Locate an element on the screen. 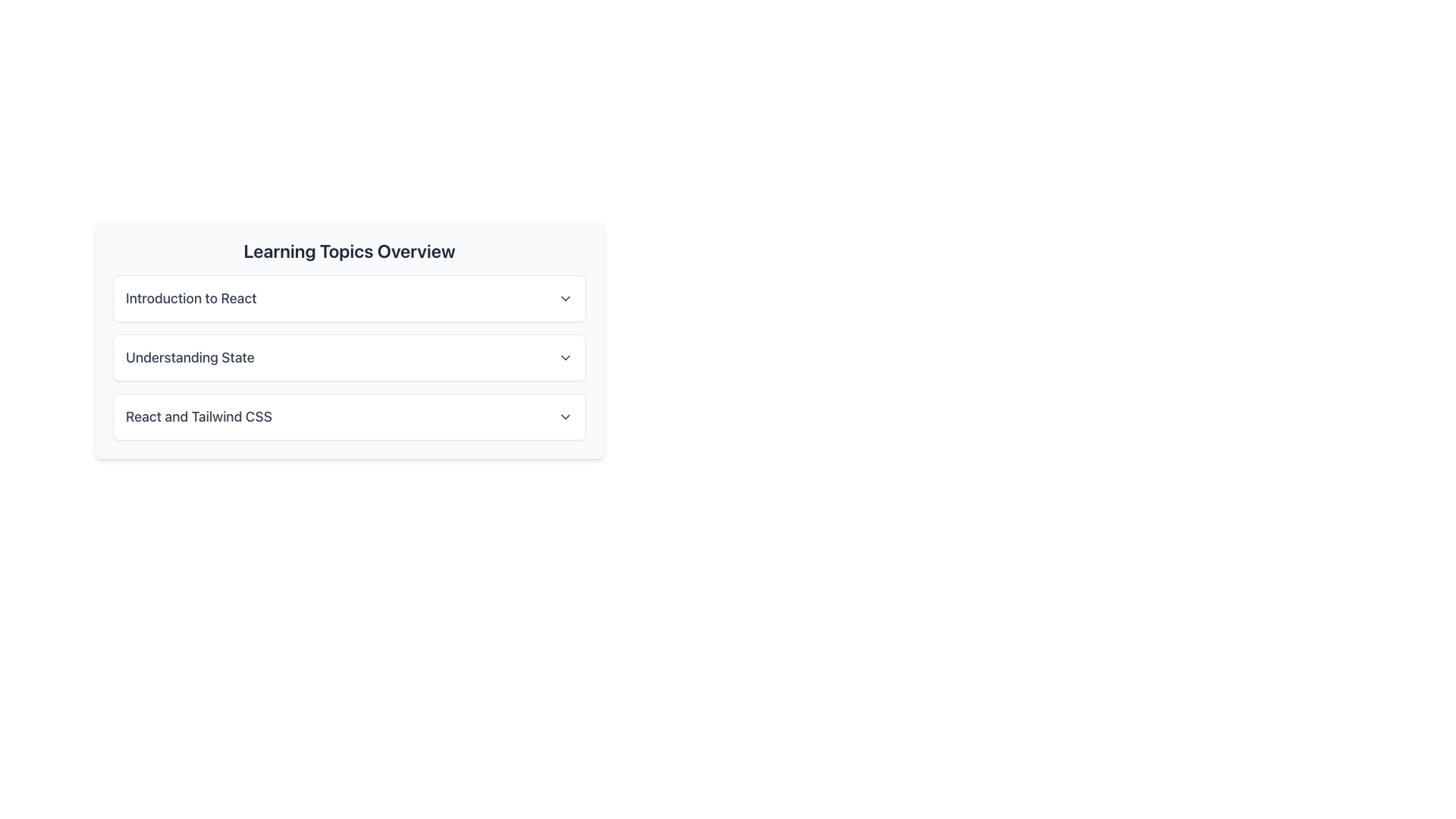 This screenshot has width=1456, height=819. the downward-facing chevron icon on the right side of the 'React and Tailwind CSS' label is located at coordinates (564, 417).